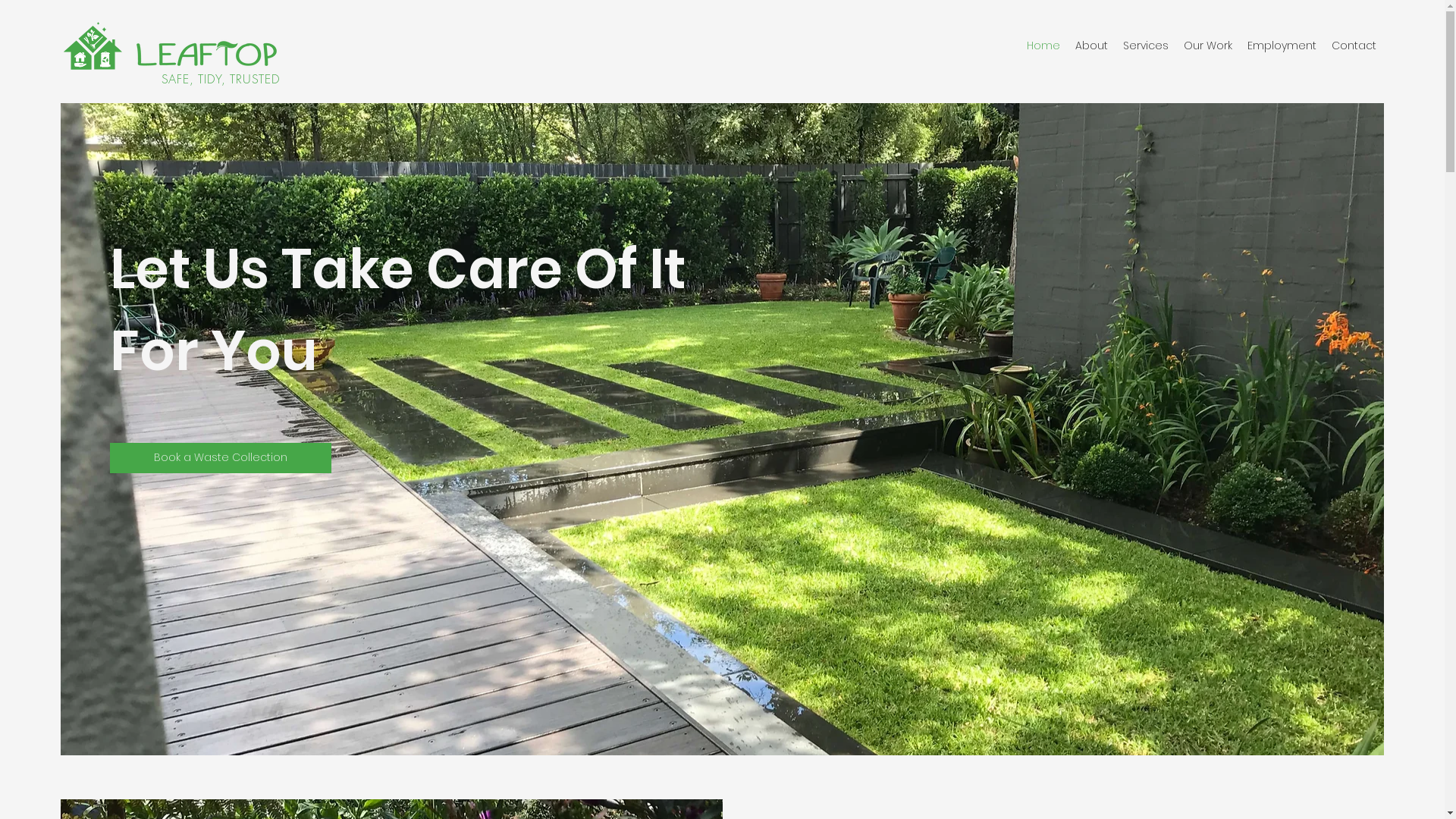 This screenshot has height=819, width=1456. What do you see at coordinates (1323, 45) in the screenshot?
I see `'Contact'` at bounding box center [1323, 45].